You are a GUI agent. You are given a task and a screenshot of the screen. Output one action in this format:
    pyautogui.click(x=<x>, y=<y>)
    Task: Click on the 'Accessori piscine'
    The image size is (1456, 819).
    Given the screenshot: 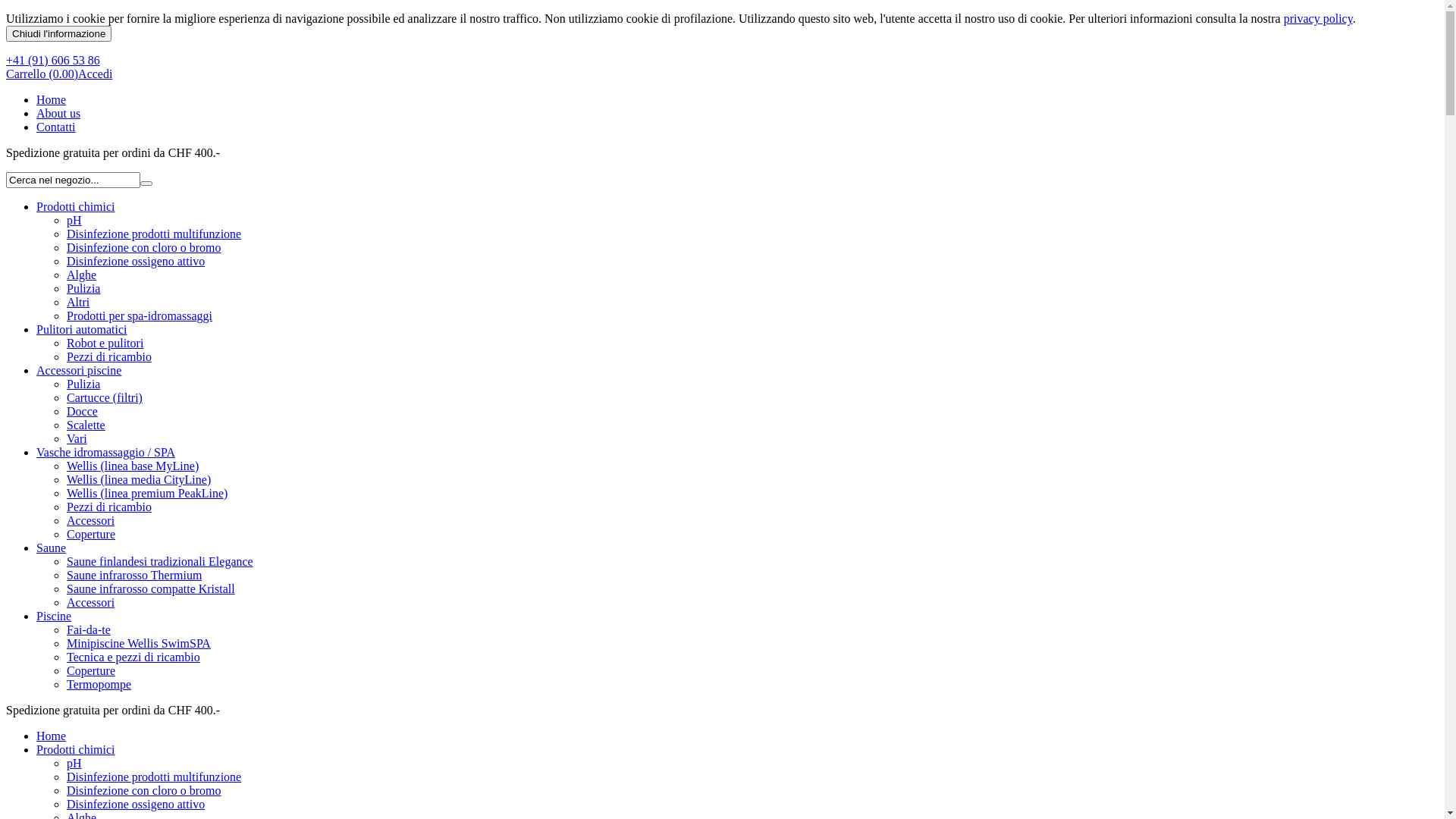 What is the action you would take?
    pyautogui.click(x=36, y=370)
    